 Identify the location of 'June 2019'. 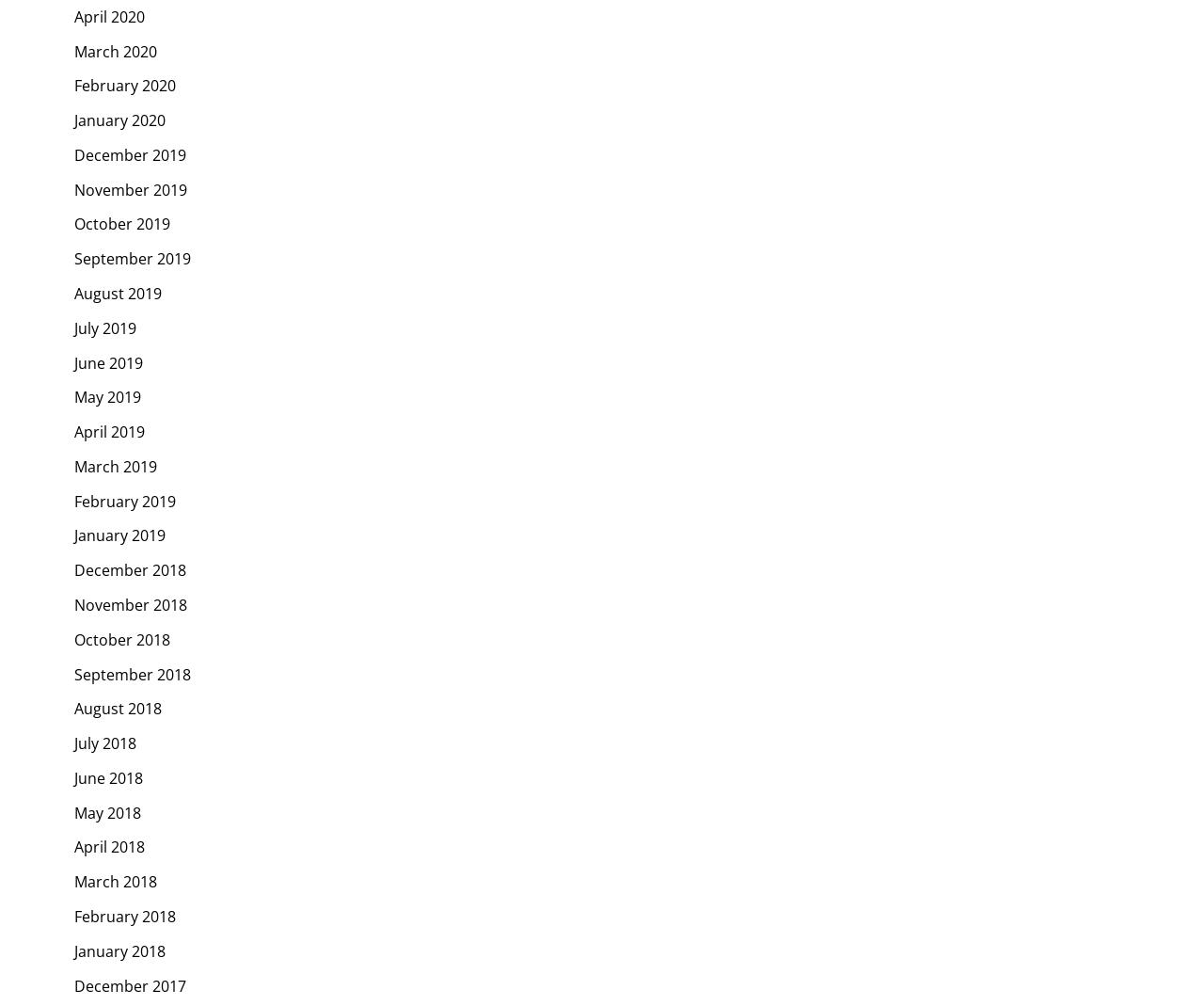
(107, 361).